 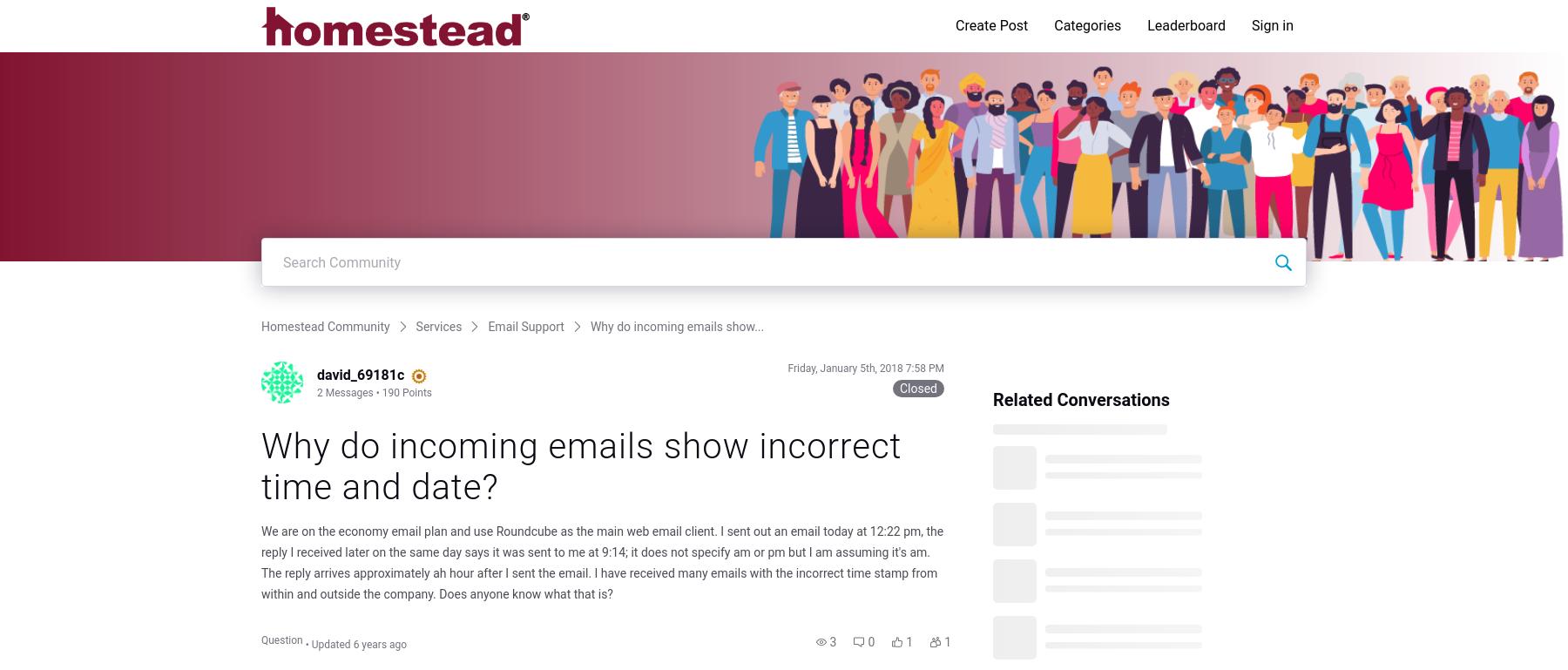 I want to click on 'Points', so click(x=416, y=392).